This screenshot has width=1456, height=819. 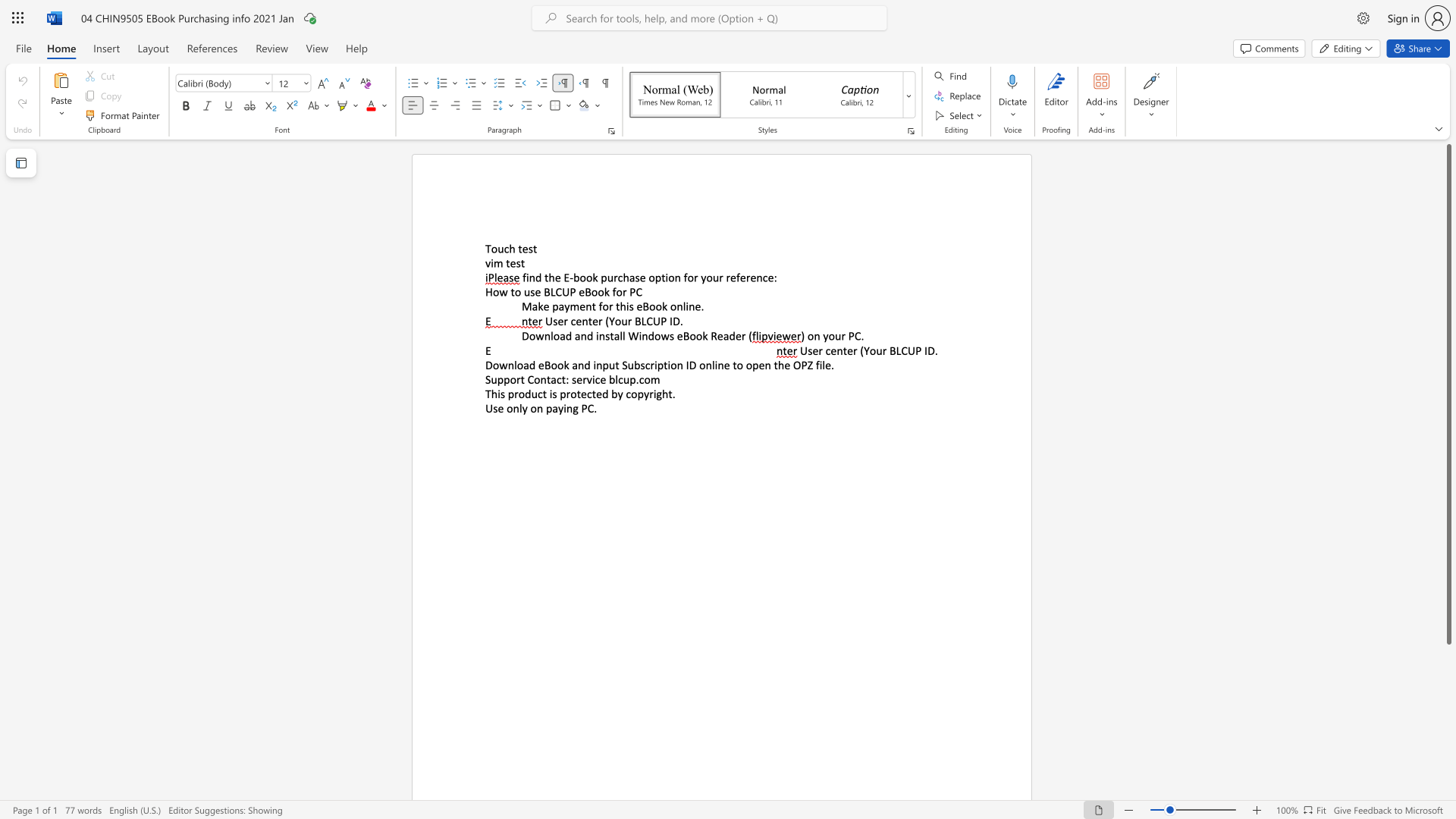 I want to click on the 1th character "e" in the text, so click(x=525, y=248).